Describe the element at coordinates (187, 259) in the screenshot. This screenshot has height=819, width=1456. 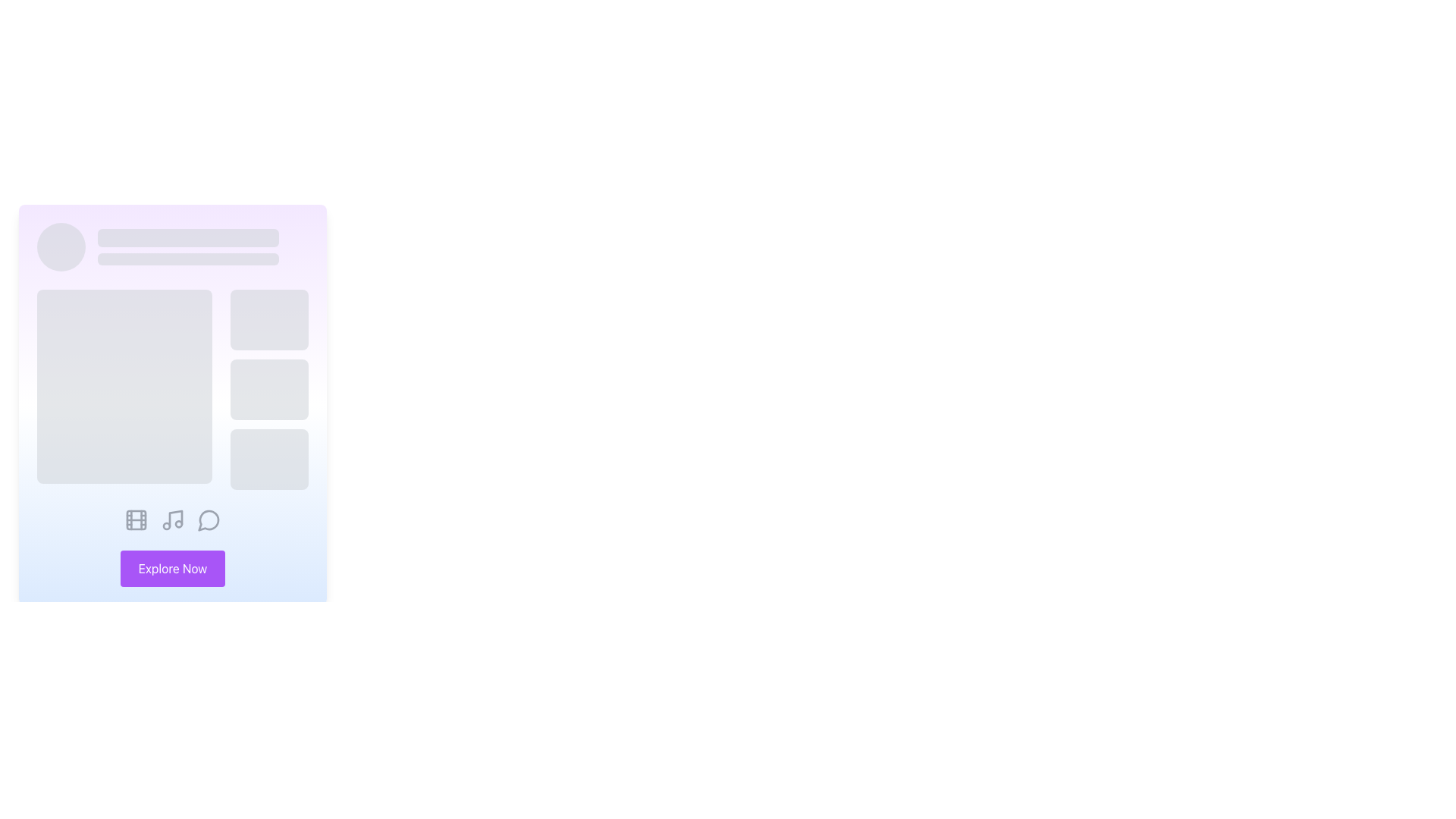
I see `the second loading placeholder bar, which is a gray rectangular bar with rounded corners, positioned in a vertical sequence of similar components` at that location.